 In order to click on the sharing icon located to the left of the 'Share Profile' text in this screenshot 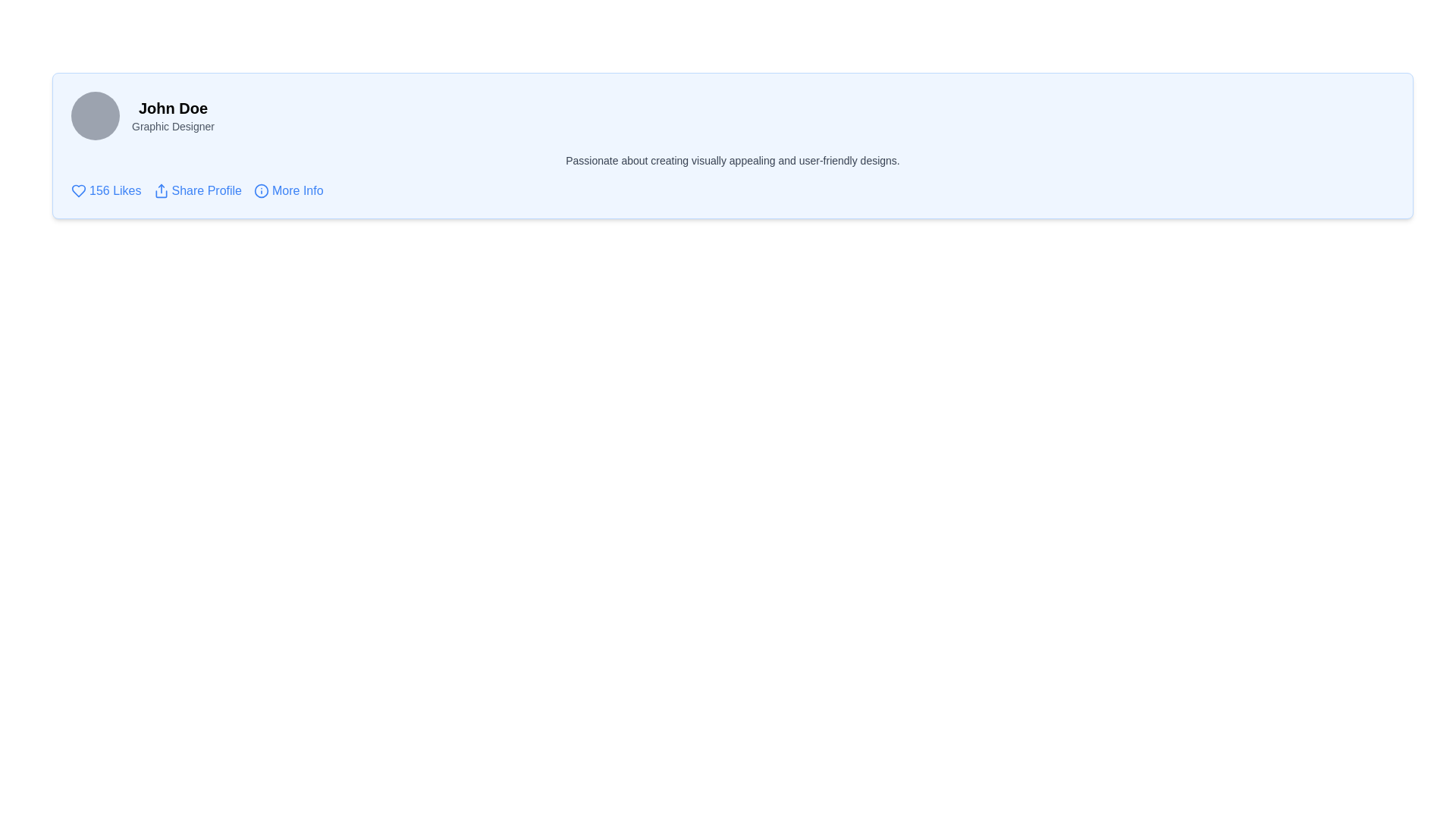, I will do `click(161, 190)`.